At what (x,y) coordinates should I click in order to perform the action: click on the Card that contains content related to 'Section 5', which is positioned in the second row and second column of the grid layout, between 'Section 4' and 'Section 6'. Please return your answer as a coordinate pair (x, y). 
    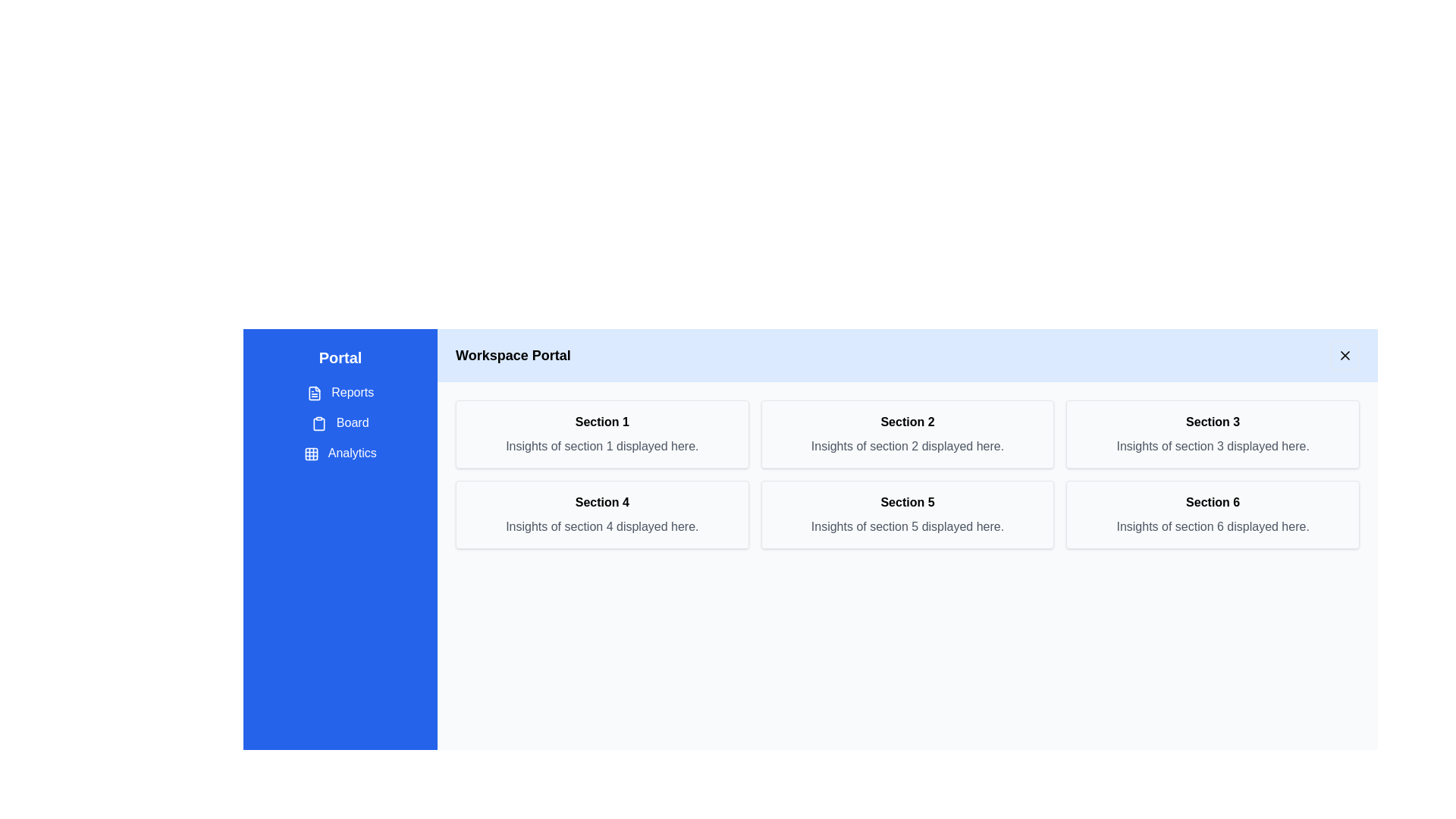
    Looking at the image, I should click on (907, 513).